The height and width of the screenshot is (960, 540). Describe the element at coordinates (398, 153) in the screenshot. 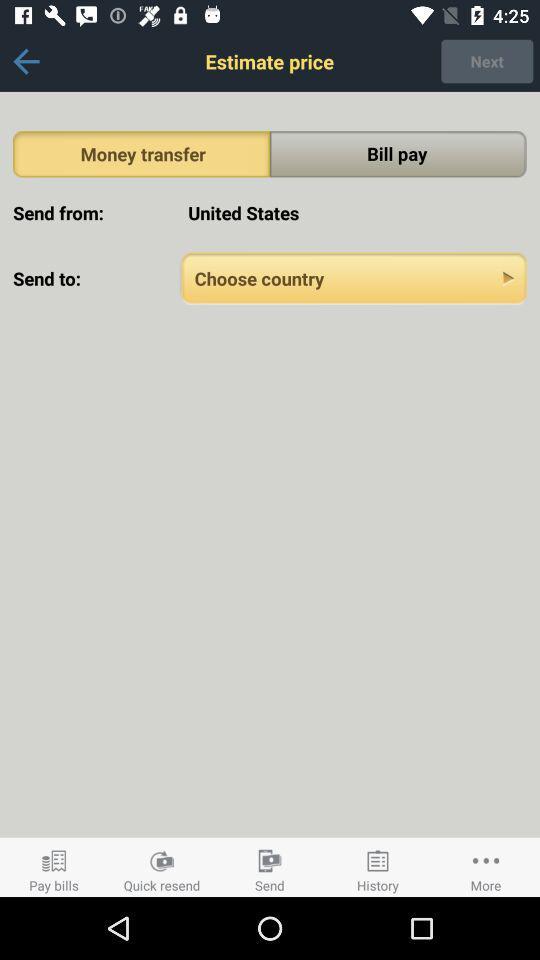

I see `the icon to the right of money transfer item` at that location.